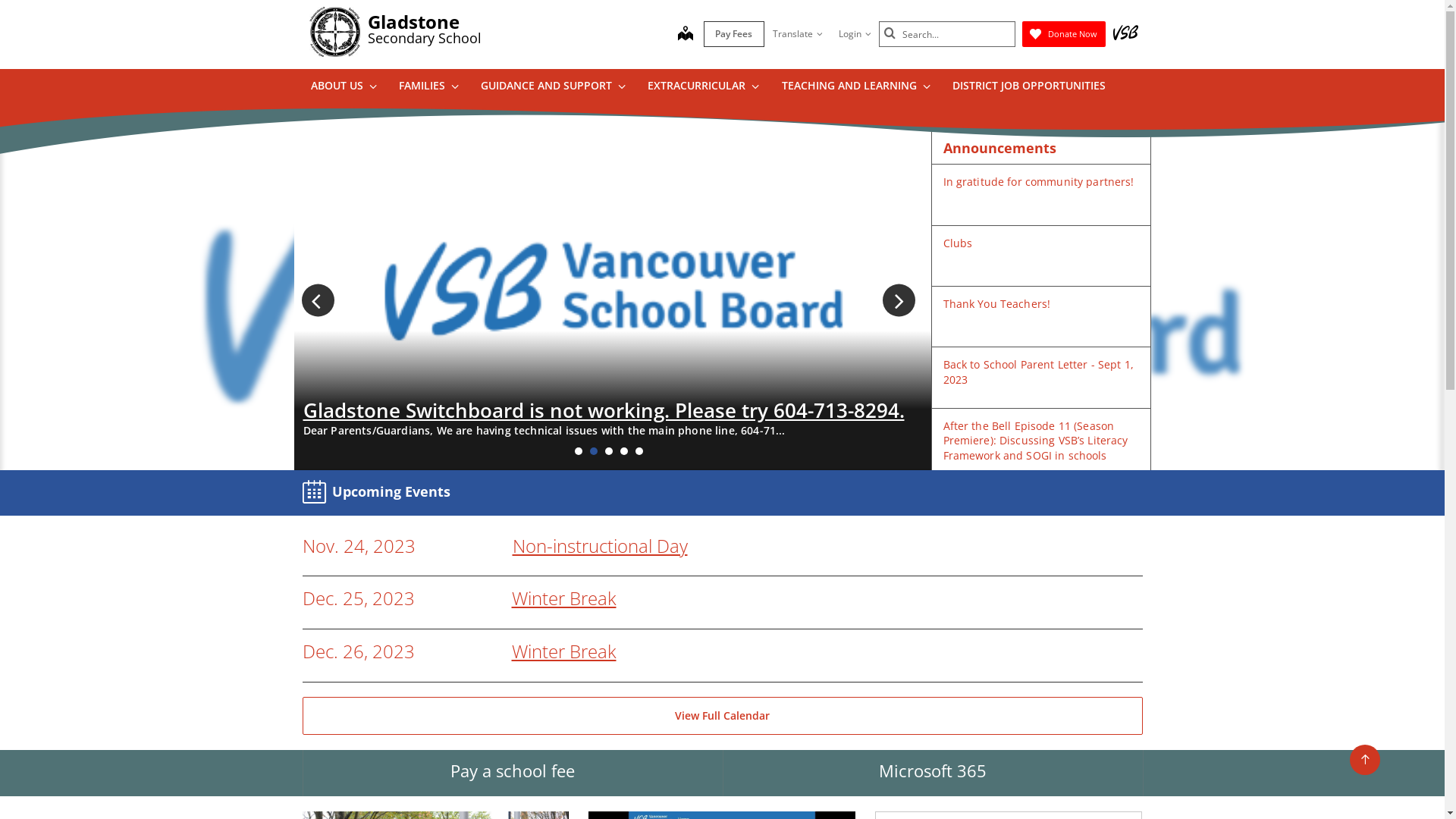  What do you see at coordinates (356, 651) in the screenshot?
I see `'Dec. 26, 2023'` at bounding box center [356, 651].